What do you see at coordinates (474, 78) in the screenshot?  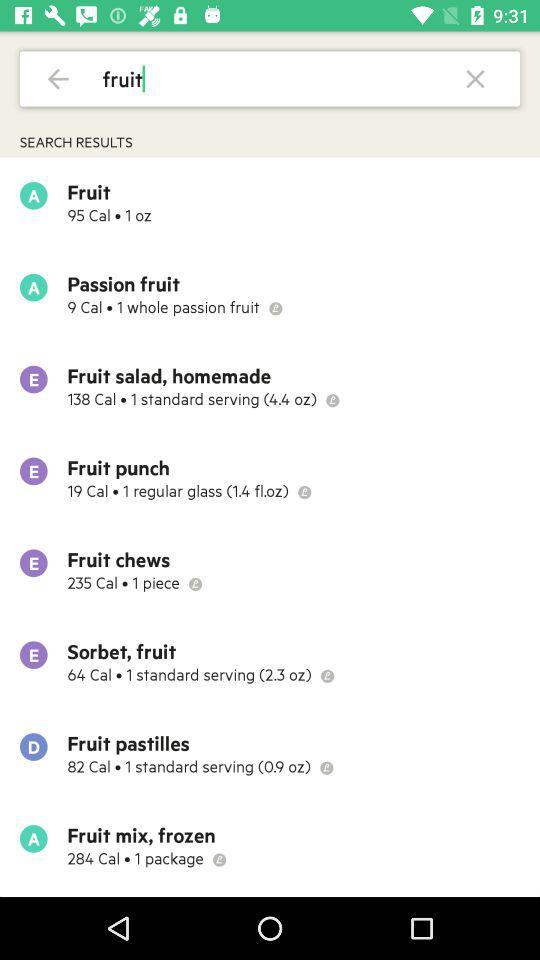 I see `the close icon` at bounding box center [474, 78].